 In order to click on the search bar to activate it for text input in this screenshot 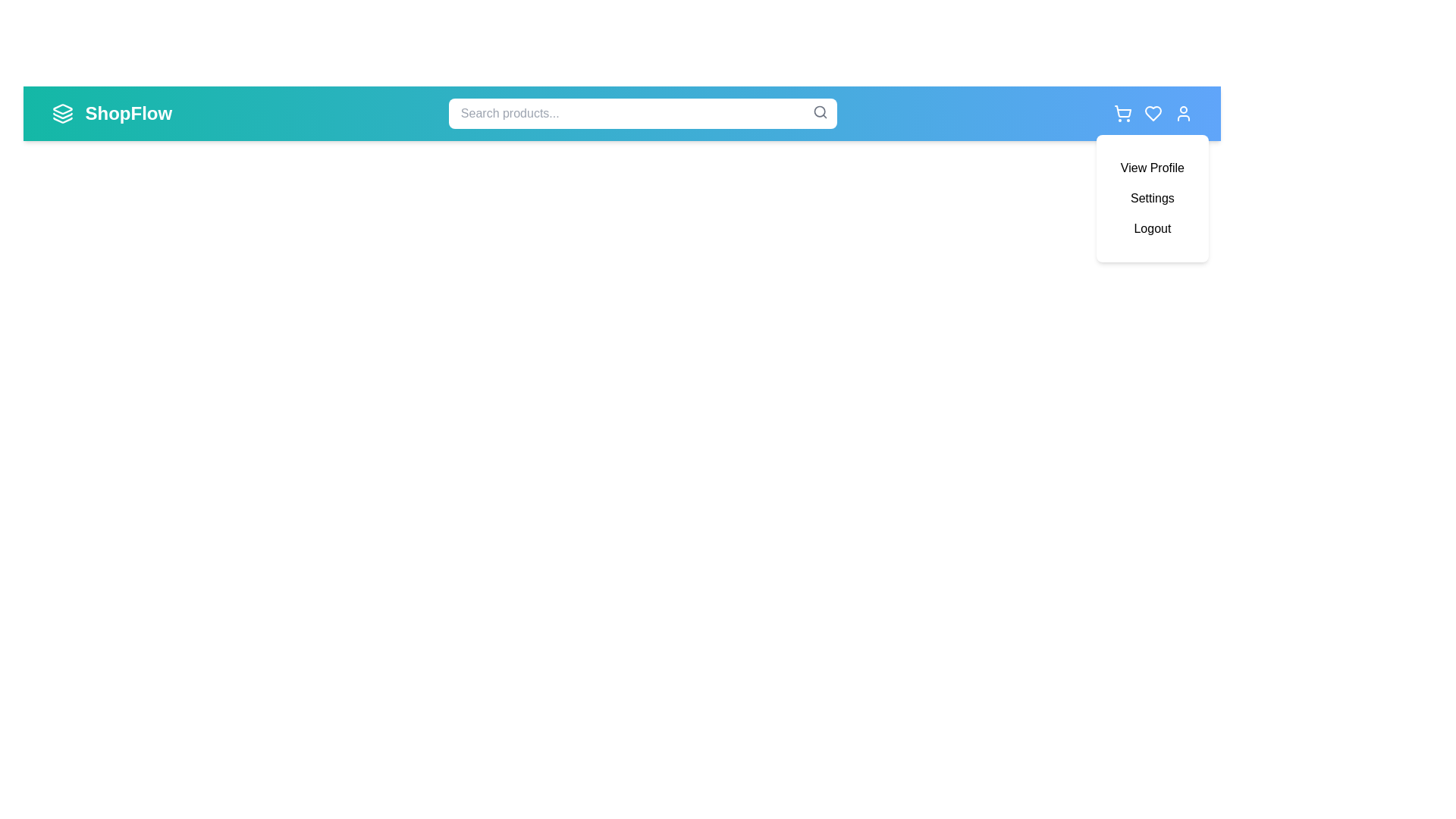, I will do `click(642, 113)`.